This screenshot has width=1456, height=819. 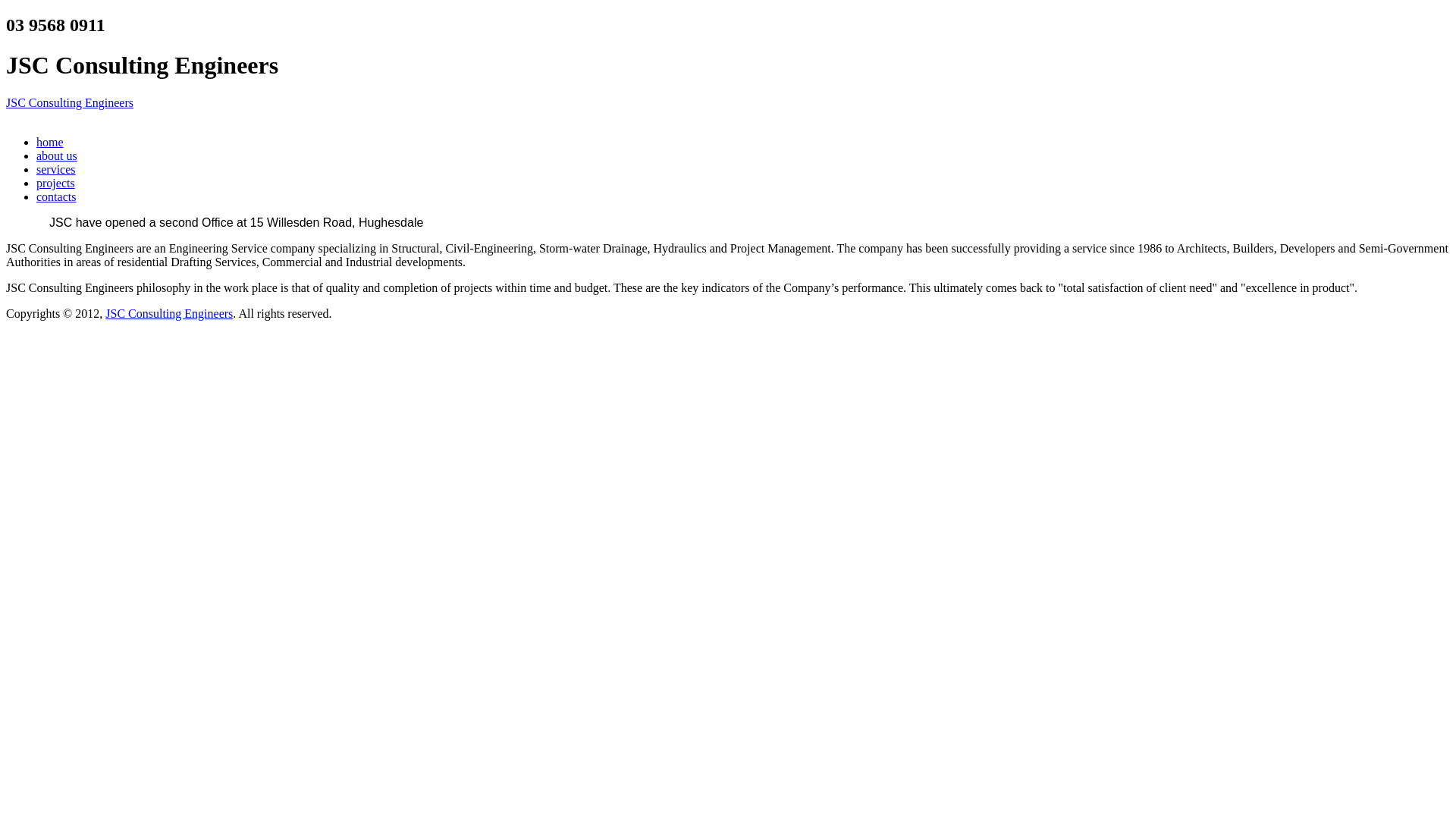 What do you see at coordinates (55, 182) in the screenshot?
I see `'projects'` at bounding box center [55, 182].